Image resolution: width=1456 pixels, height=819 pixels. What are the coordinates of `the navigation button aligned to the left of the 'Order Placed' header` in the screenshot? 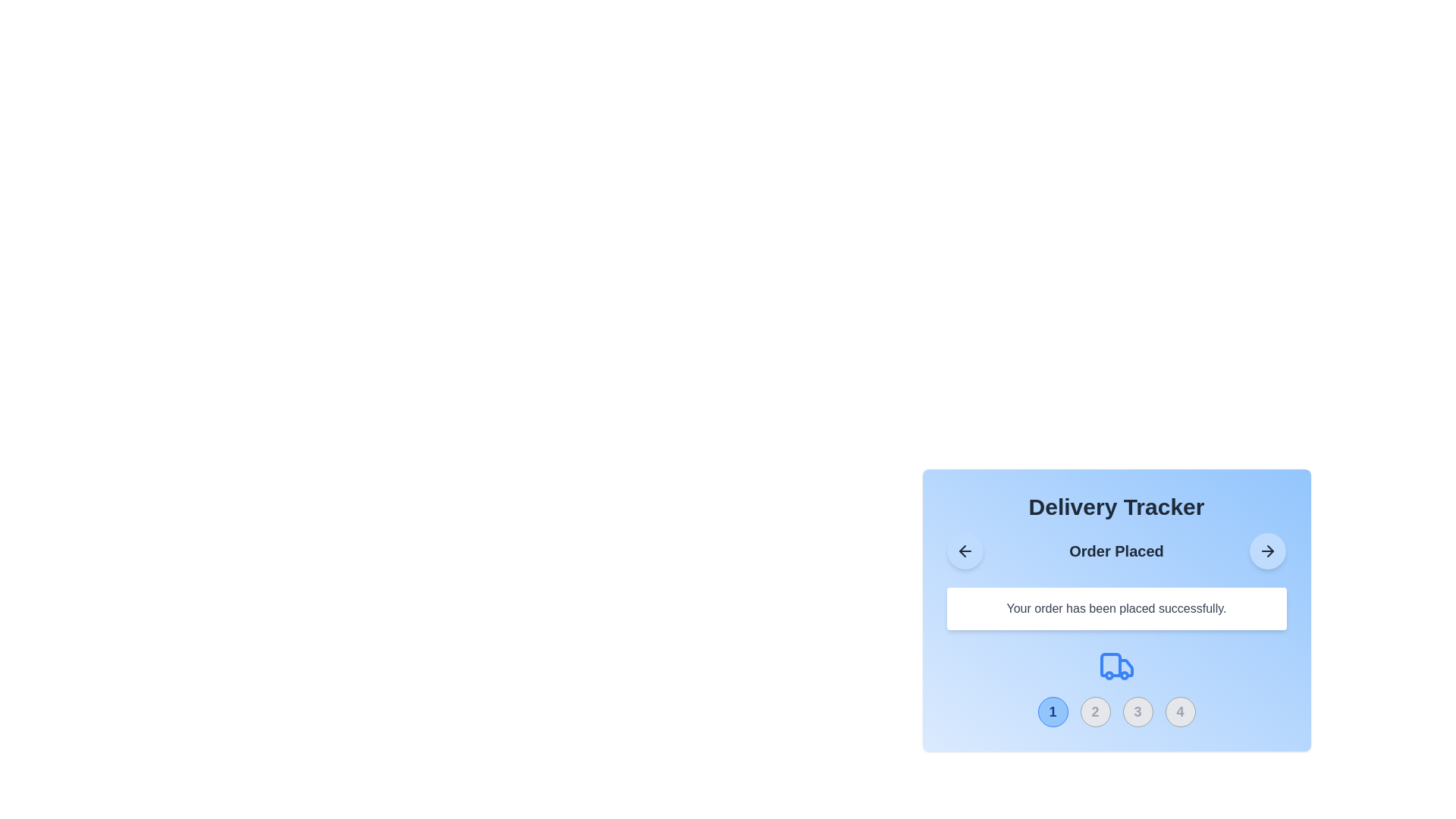 It's located at (964, 551).